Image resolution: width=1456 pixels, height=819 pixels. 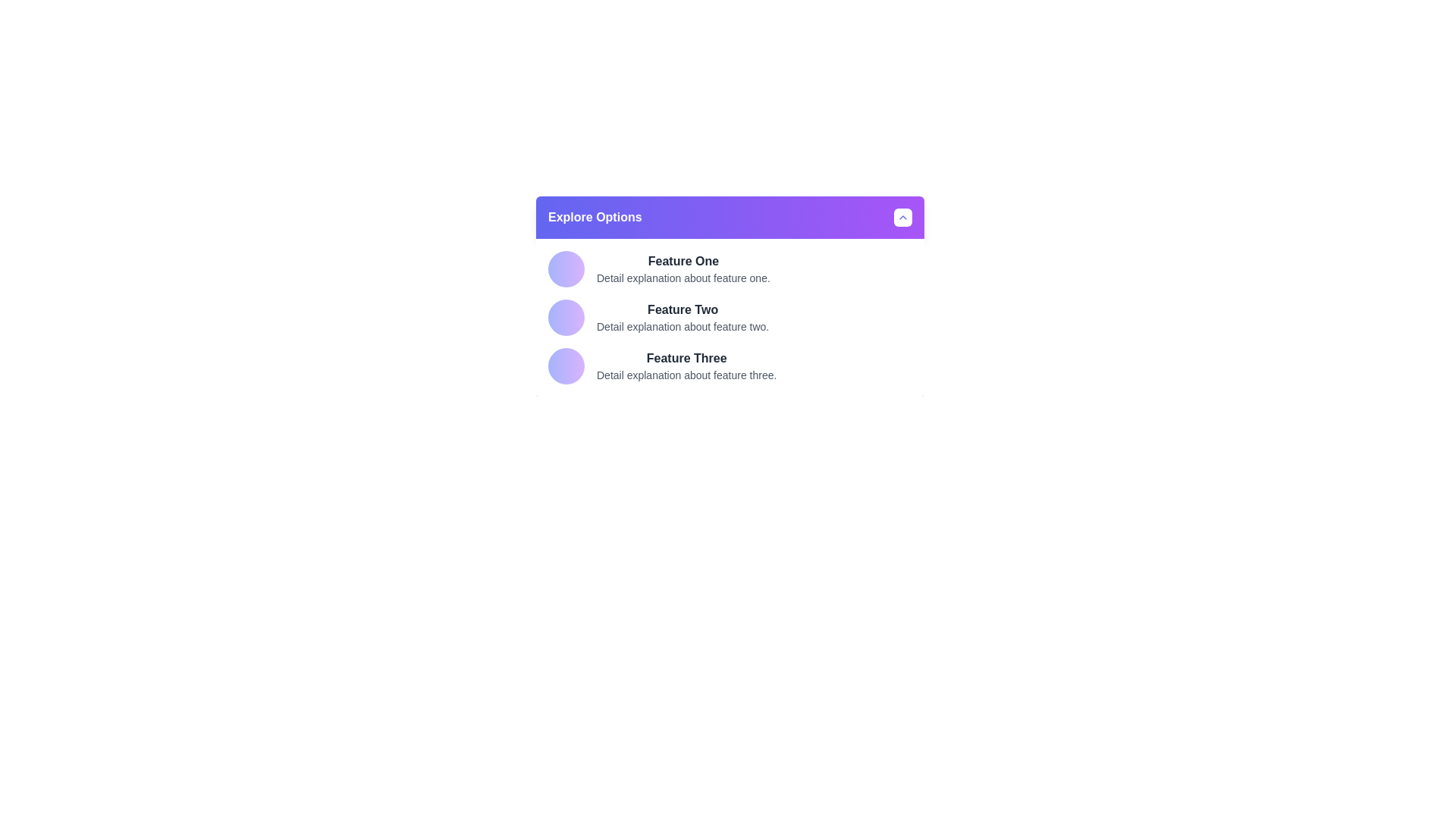 What do you see at coordinates (682, 309) in the screenshot?
I see `text label that serves as a header for a feature, located between 'Feature One' and its description` at bounding box center [682, 309].